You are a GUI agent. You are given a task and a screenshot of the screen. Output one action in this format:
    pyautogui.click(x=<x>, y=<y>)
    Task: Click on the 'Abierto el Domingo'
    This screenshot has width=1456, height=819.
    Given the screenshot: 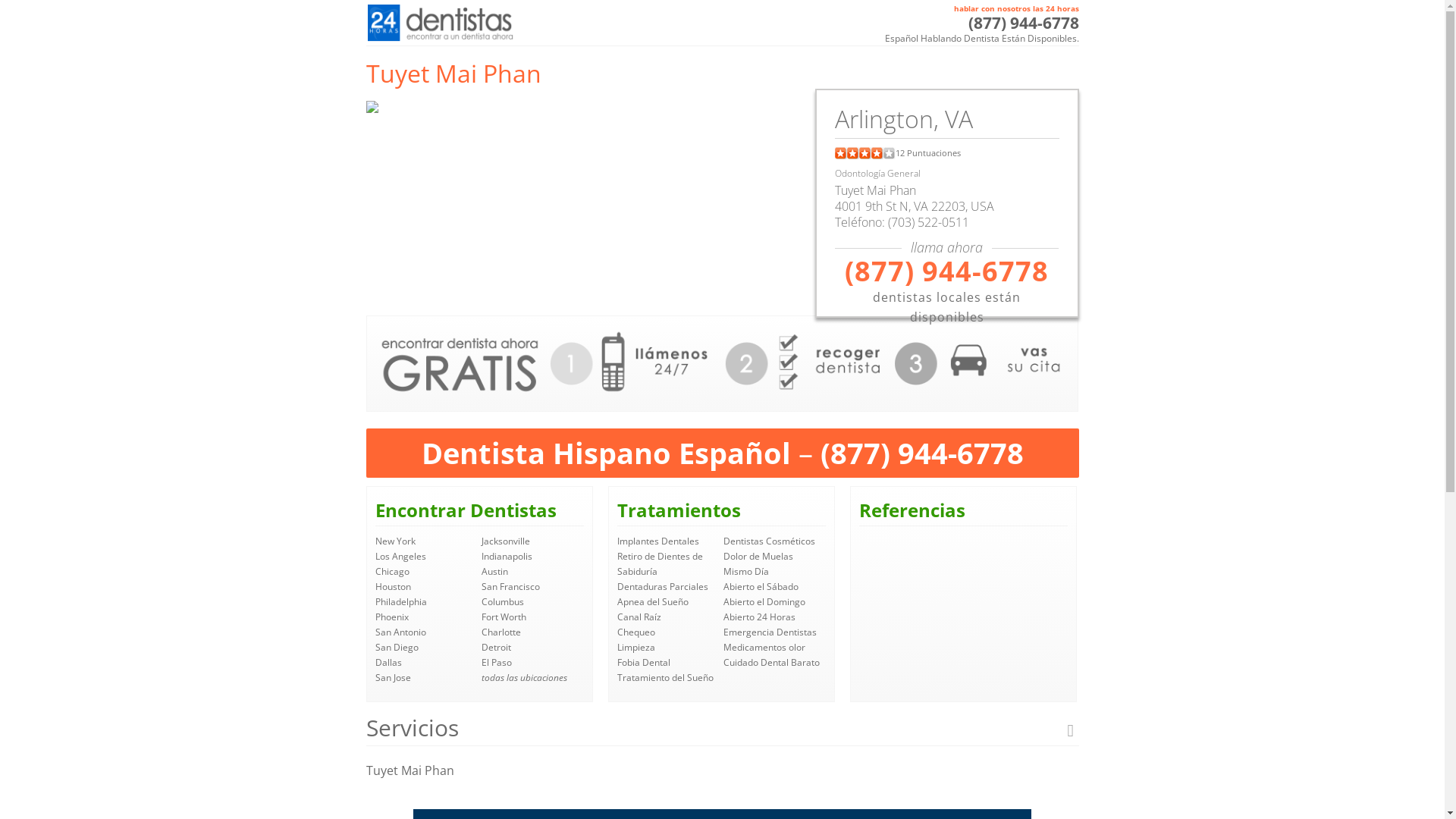 What is the action you would take?
    pyautogui.click(x=764, y=601)
    